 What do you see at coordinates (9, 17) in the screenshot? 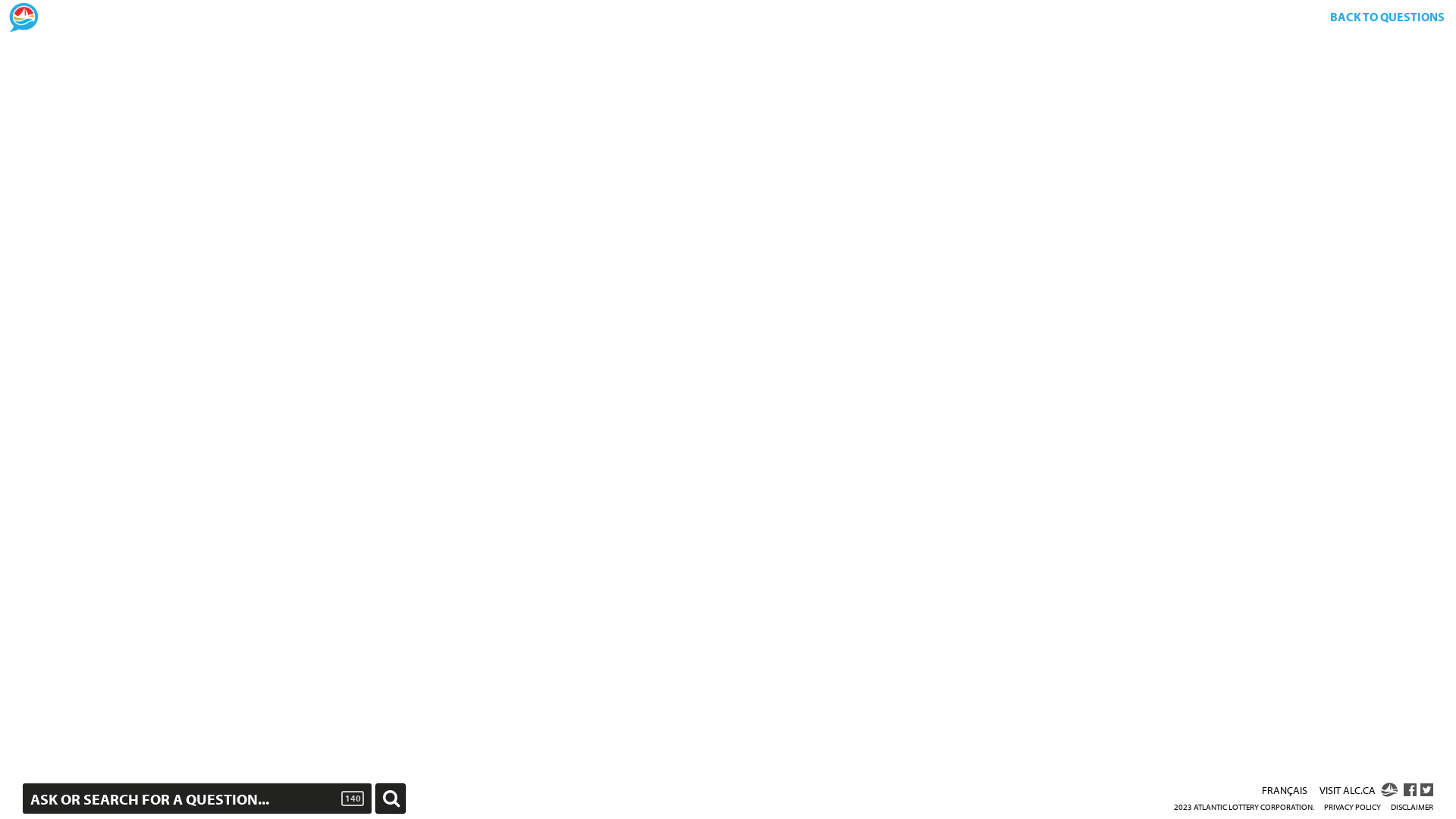
I see `'Home'` at bounding box center [9, 17].